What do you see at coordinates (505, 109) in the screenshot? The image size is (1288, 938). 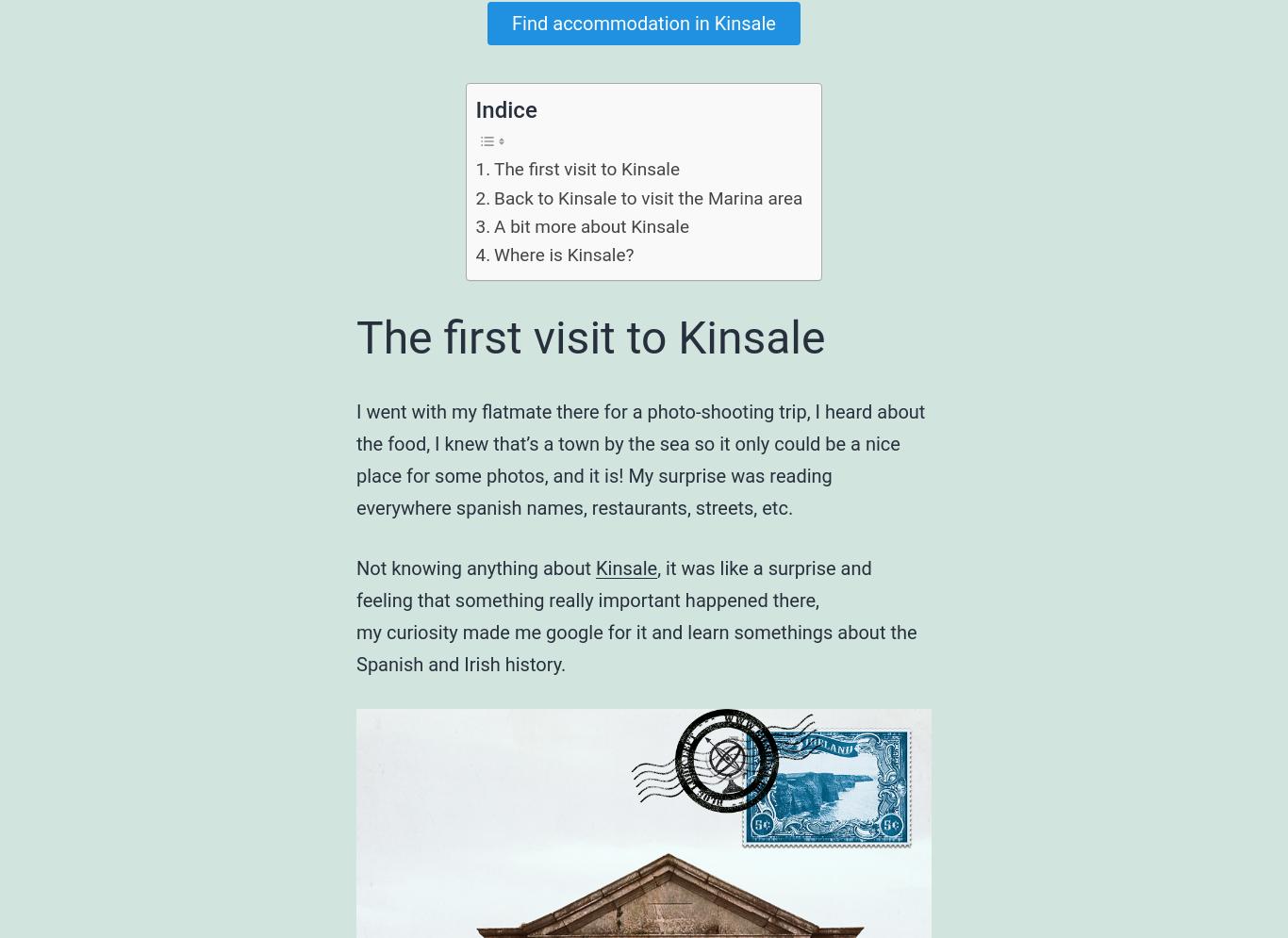 I see `'Indice'` at bounding box center [505, 109].